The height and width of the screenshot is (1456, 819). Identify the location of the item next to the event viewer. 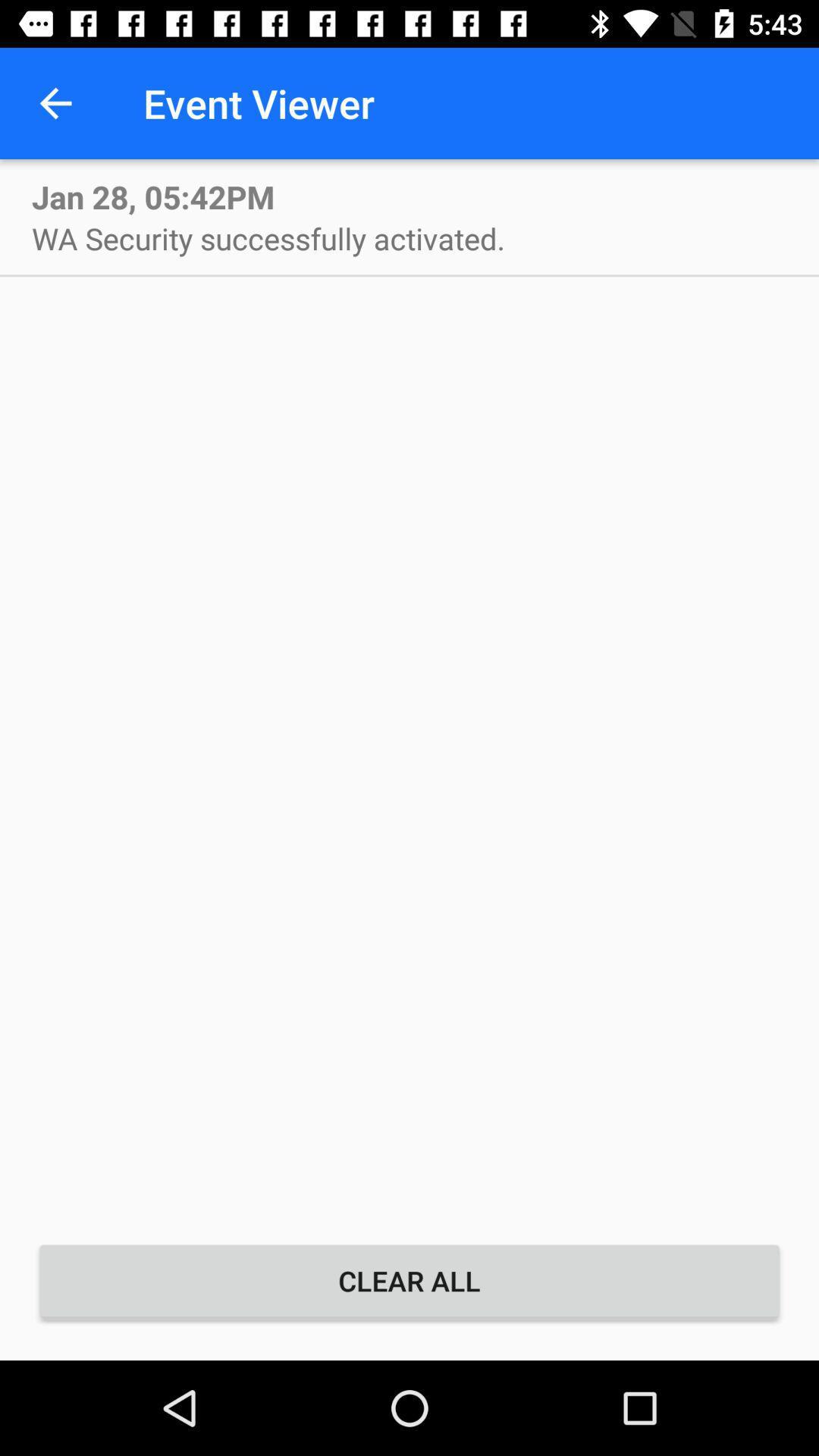
(55, 102).